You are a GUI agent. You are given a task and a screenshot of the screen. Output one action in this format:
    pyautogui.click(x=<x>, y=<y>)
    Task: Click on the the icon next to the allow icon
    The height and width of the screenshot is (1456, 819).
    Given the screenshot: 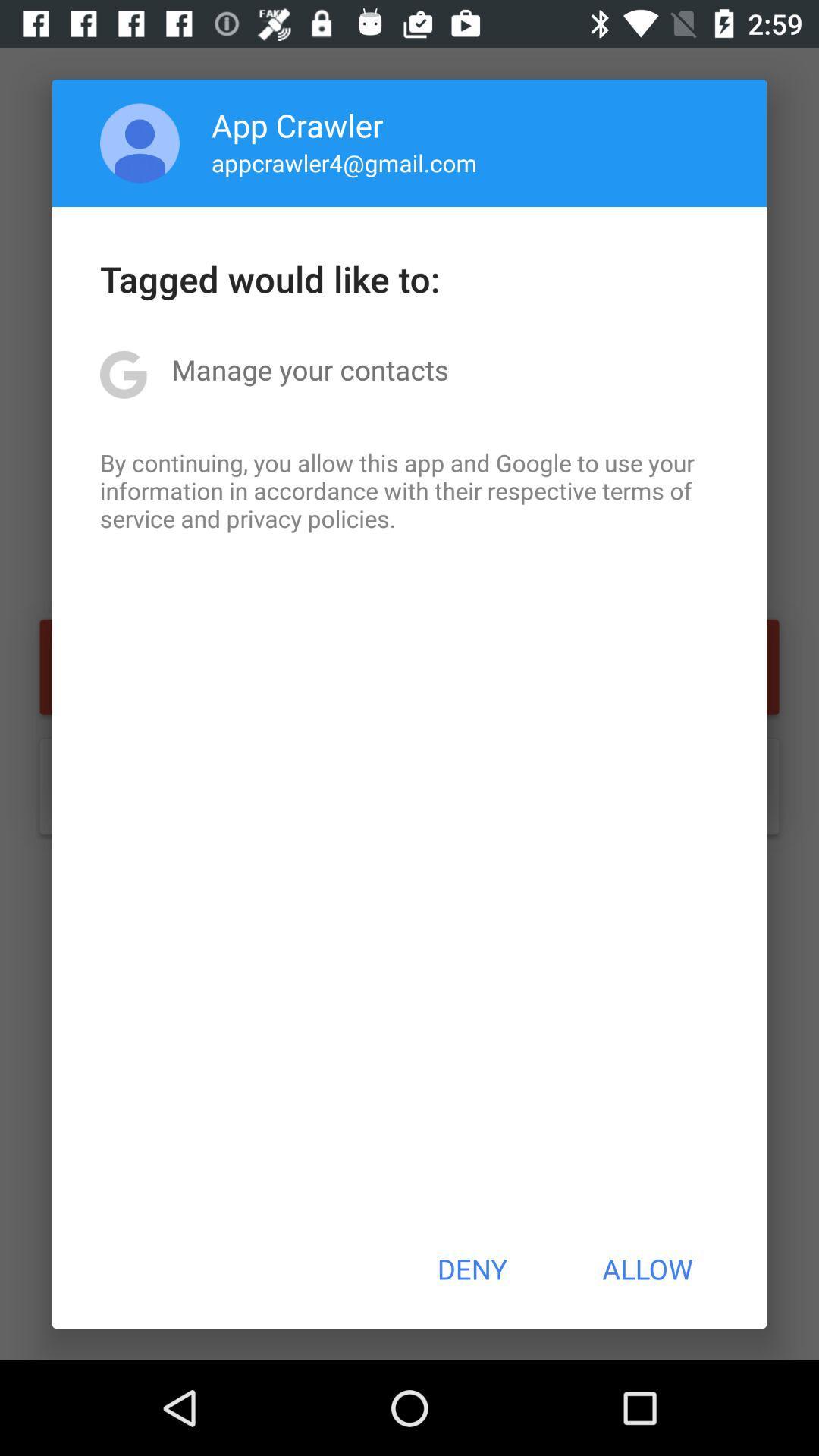 What is the action you would take?
    pyautogui.click(x=471, y=1269)
    